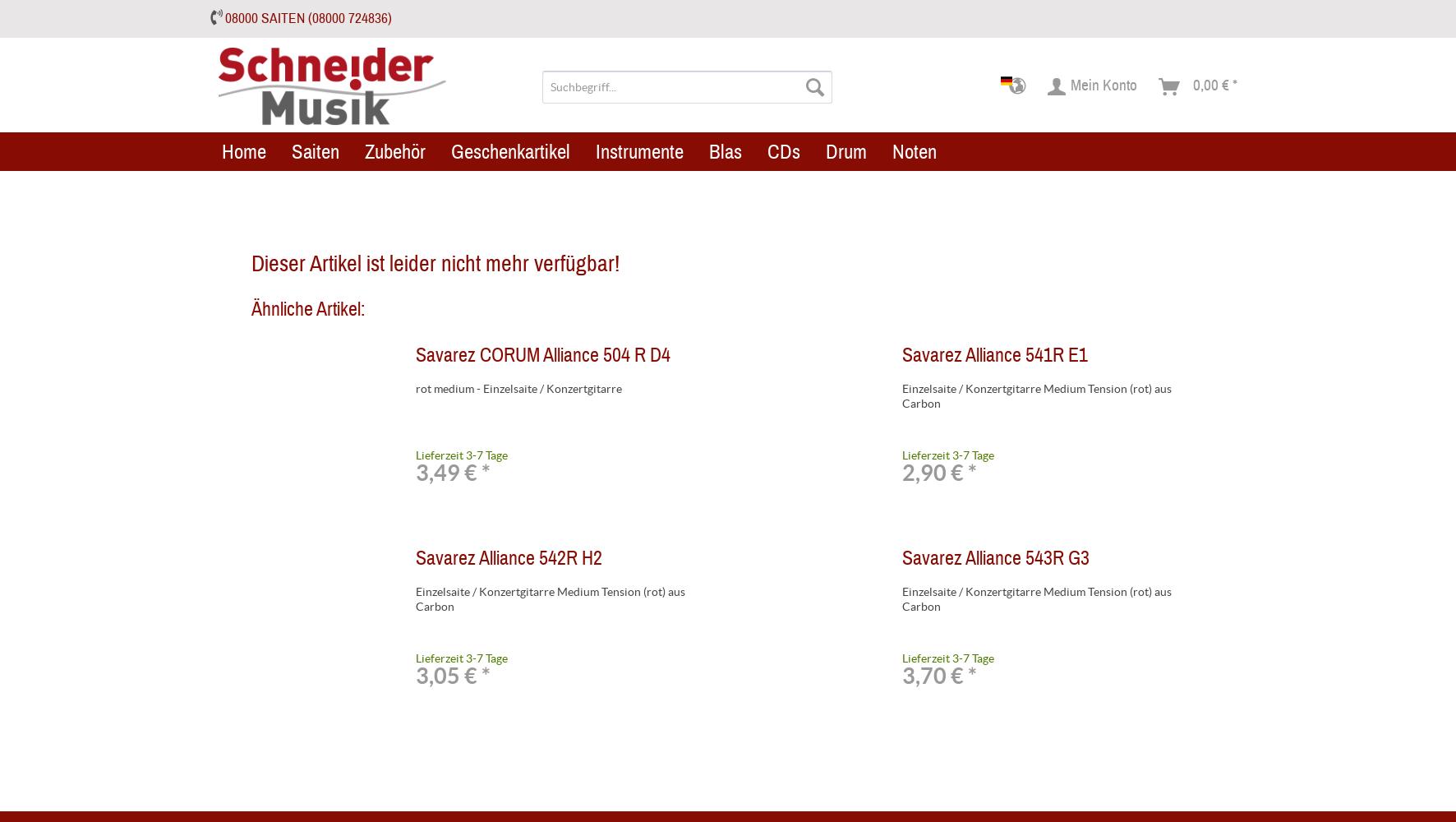 The image size is (1456, 822). What do you see at coordinates (639, 150) in the screenshot?
I see `'Instrumente'` at bounding box center [639, 150].